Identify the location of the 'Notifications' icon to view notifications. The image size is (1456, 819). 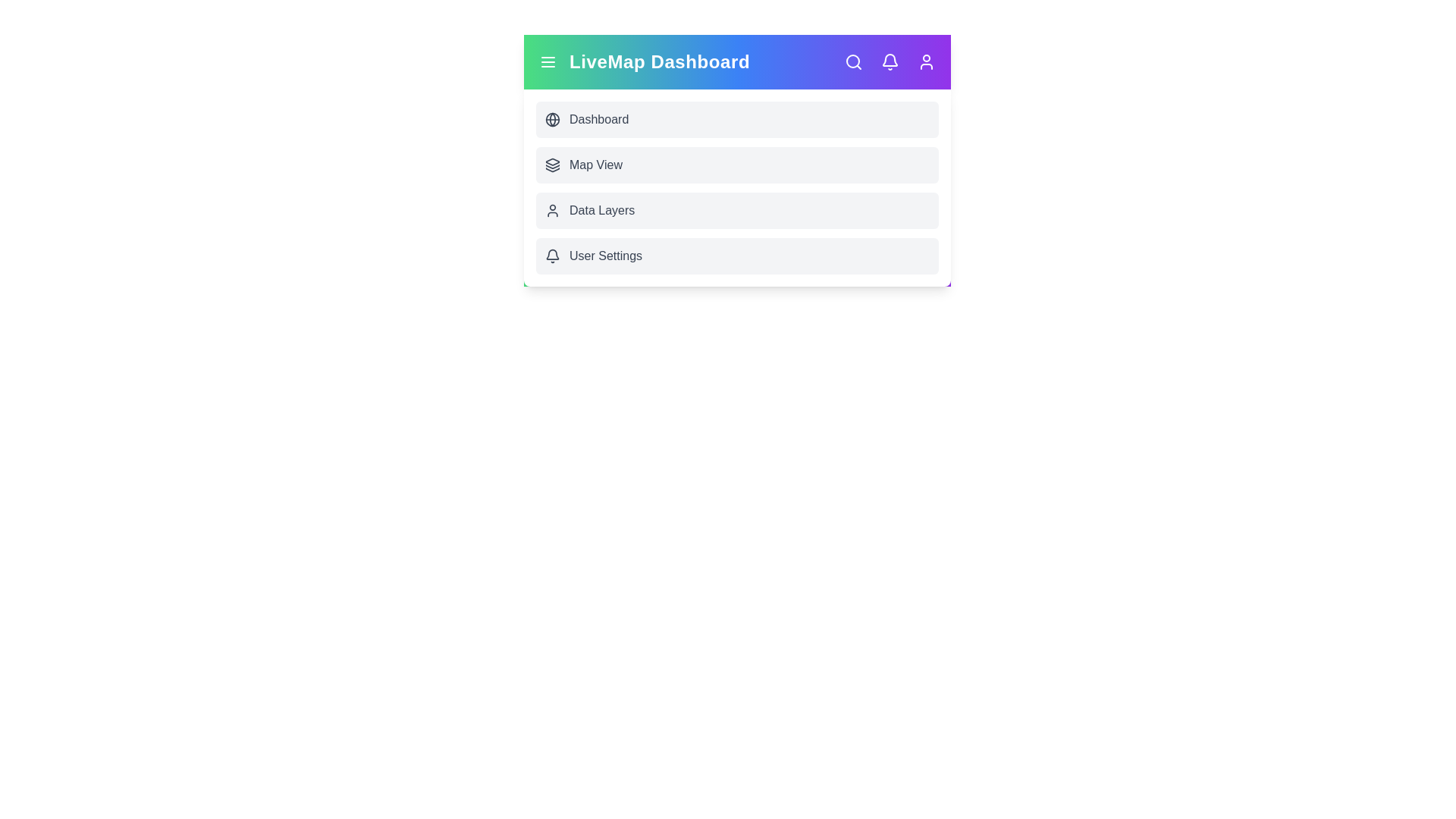
(890, 61).